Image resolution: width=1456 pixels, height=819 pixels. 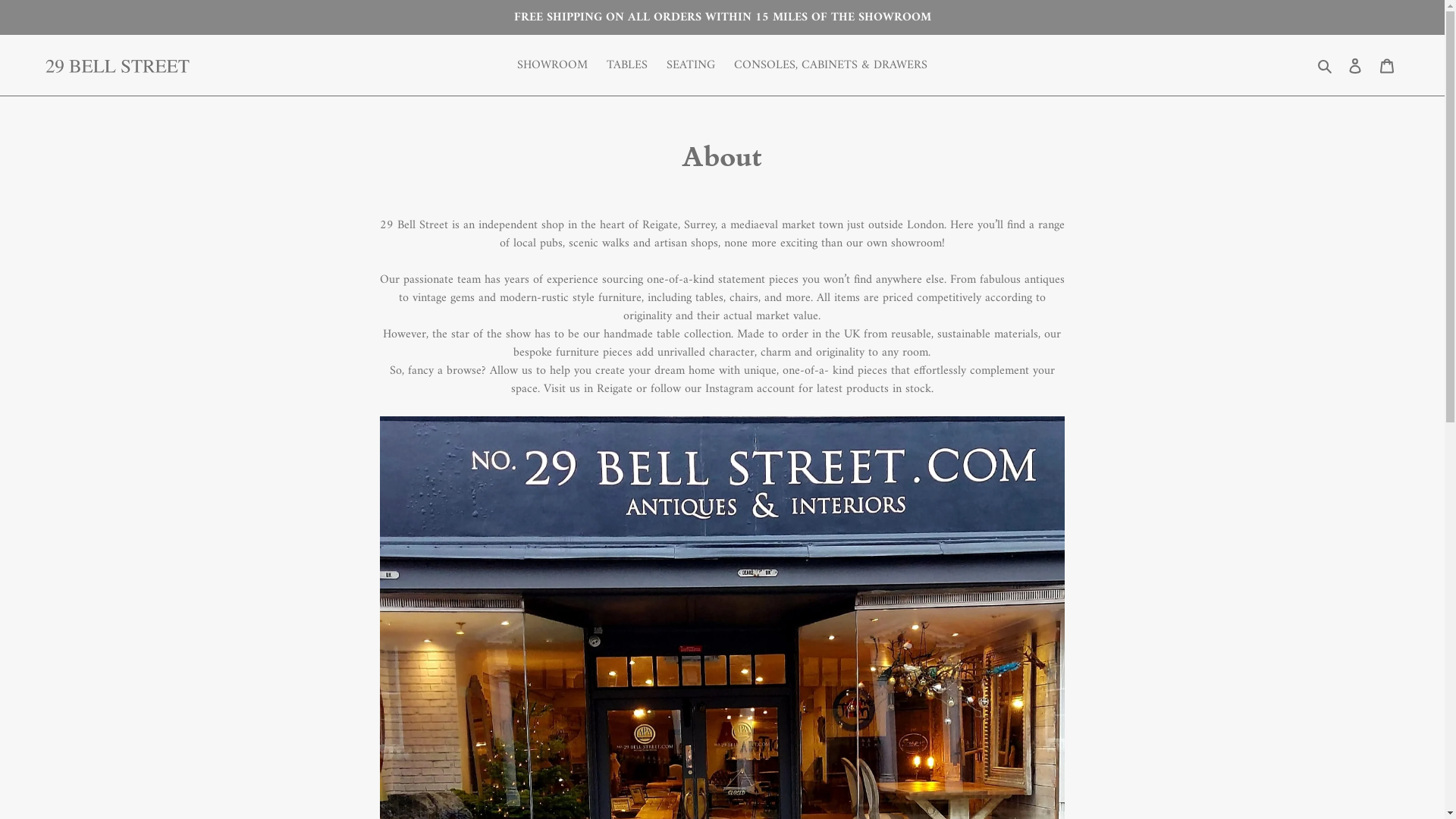 I want to click on 'TABLES', so click(x=626, y=64).